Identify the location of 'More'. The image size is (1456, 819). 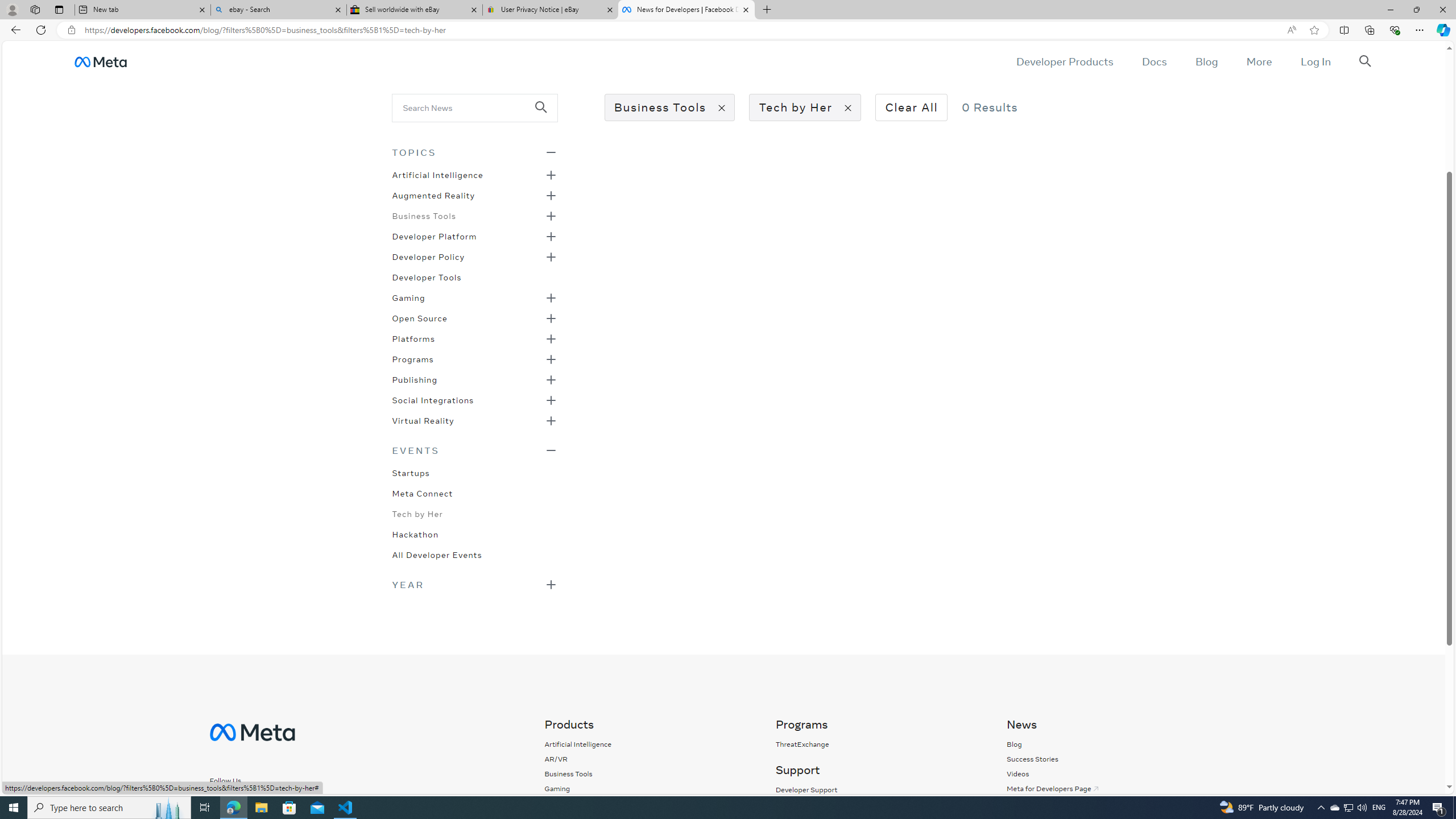
(1259, 61).